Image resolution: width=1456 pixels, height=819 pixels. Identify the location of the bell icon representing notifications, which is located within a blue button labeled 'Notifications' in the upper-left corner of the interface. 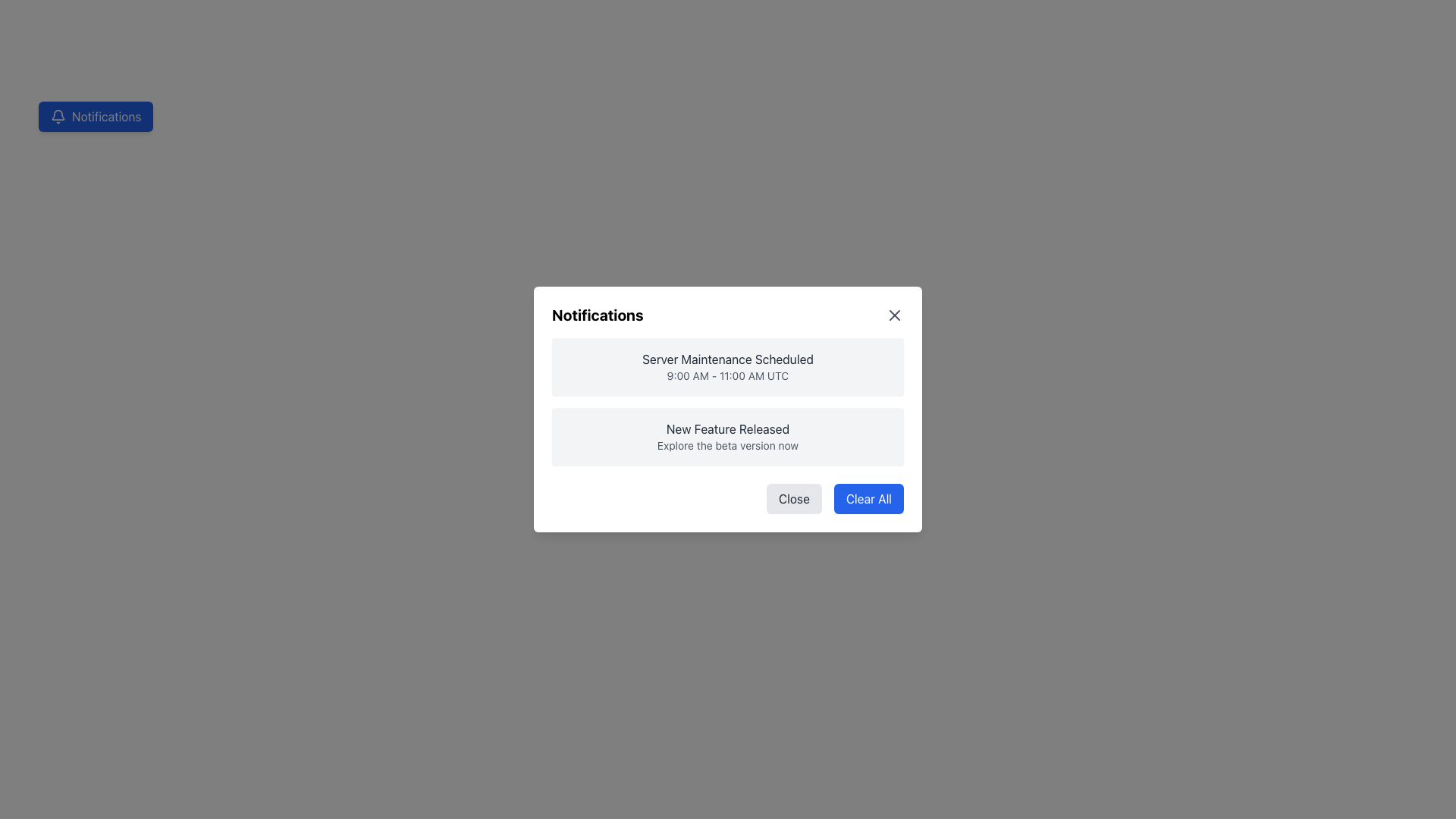
(58, 116).